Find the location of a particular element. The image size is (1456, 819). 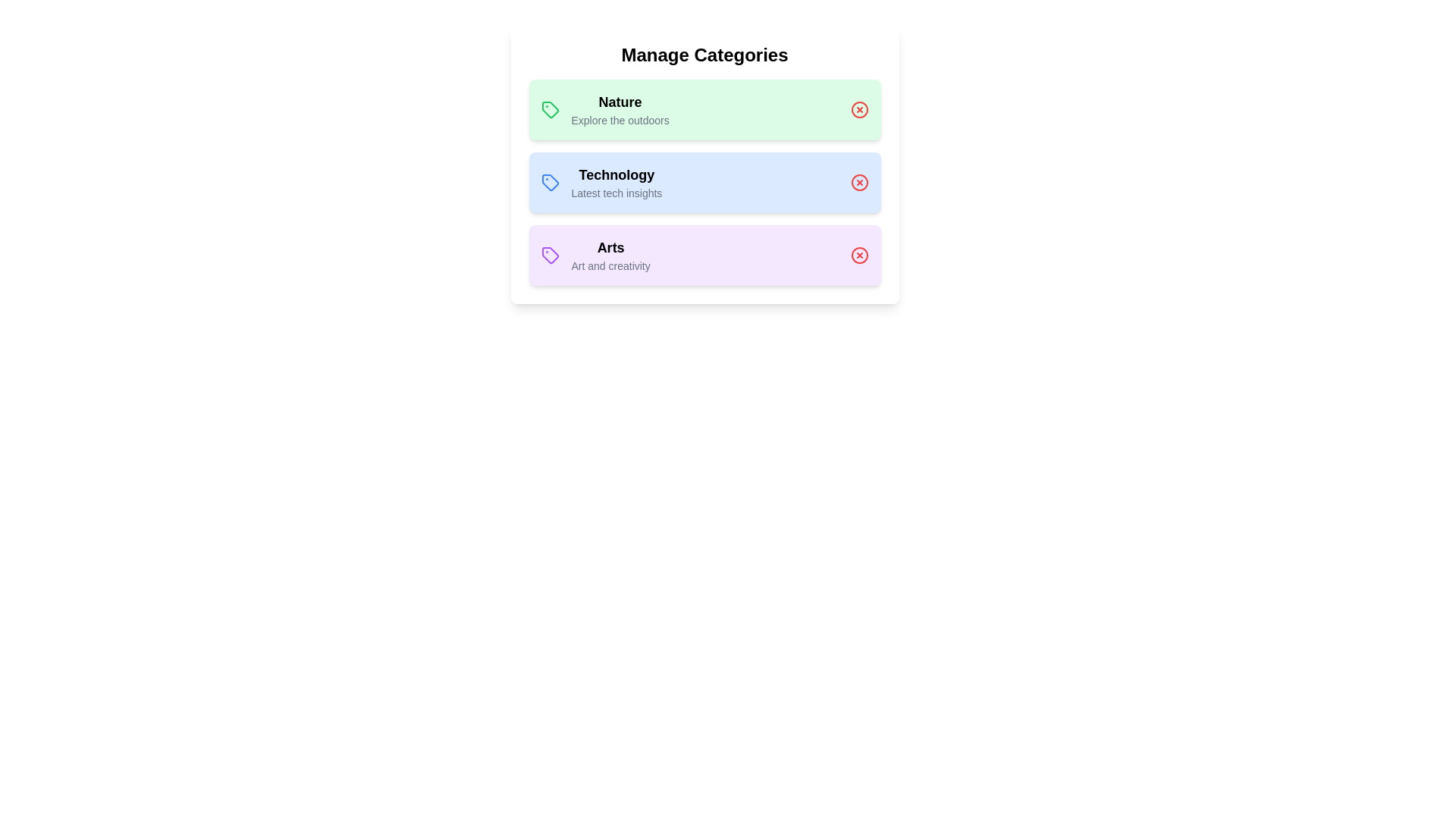

the category Technology to see its tooltip or effect is located at coordinates (704, 181).